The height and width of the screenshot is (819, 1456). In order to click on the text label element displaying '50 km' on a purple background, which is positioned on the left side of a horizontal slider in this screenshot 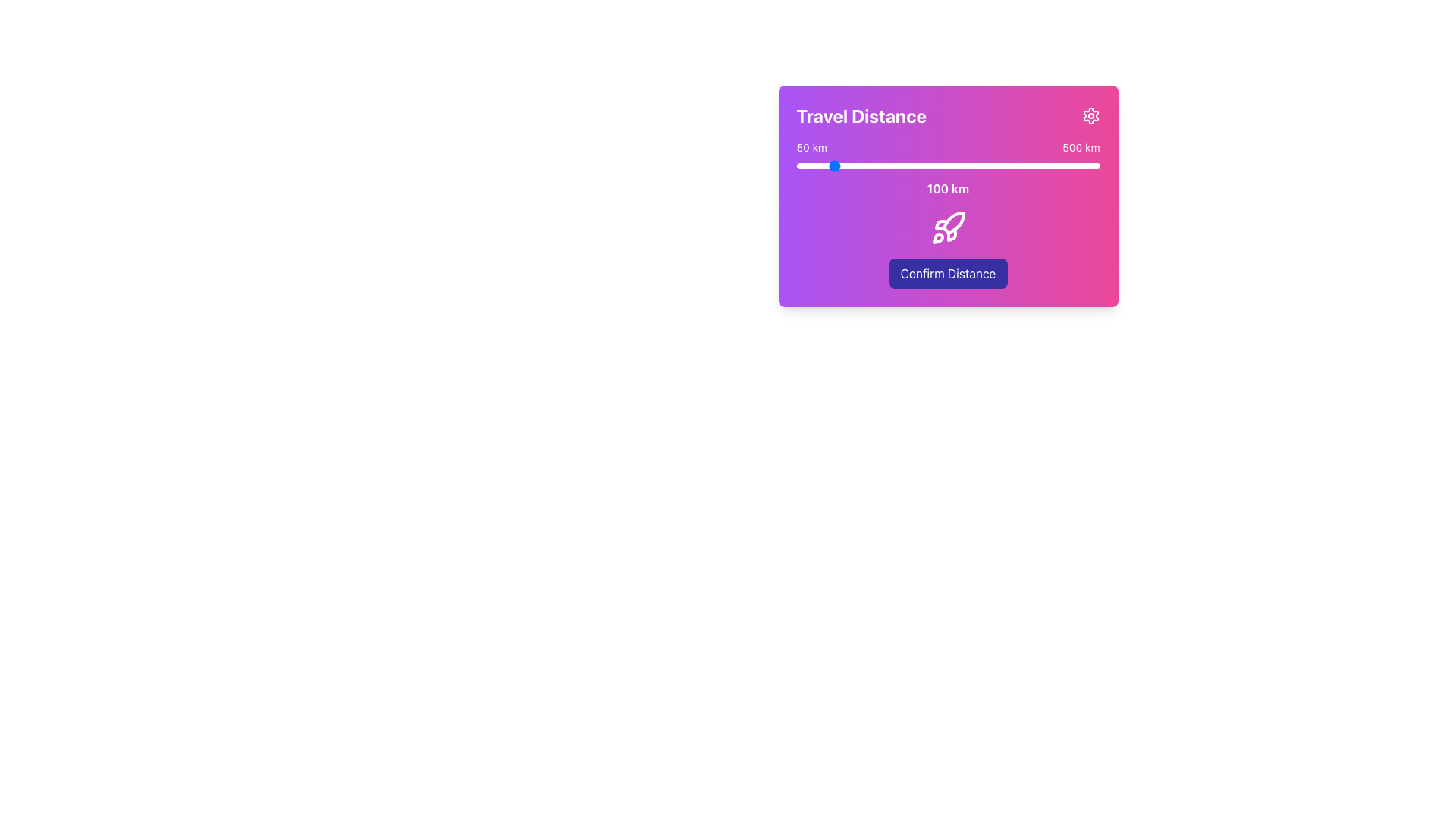, I will do `click(811, 148)`.